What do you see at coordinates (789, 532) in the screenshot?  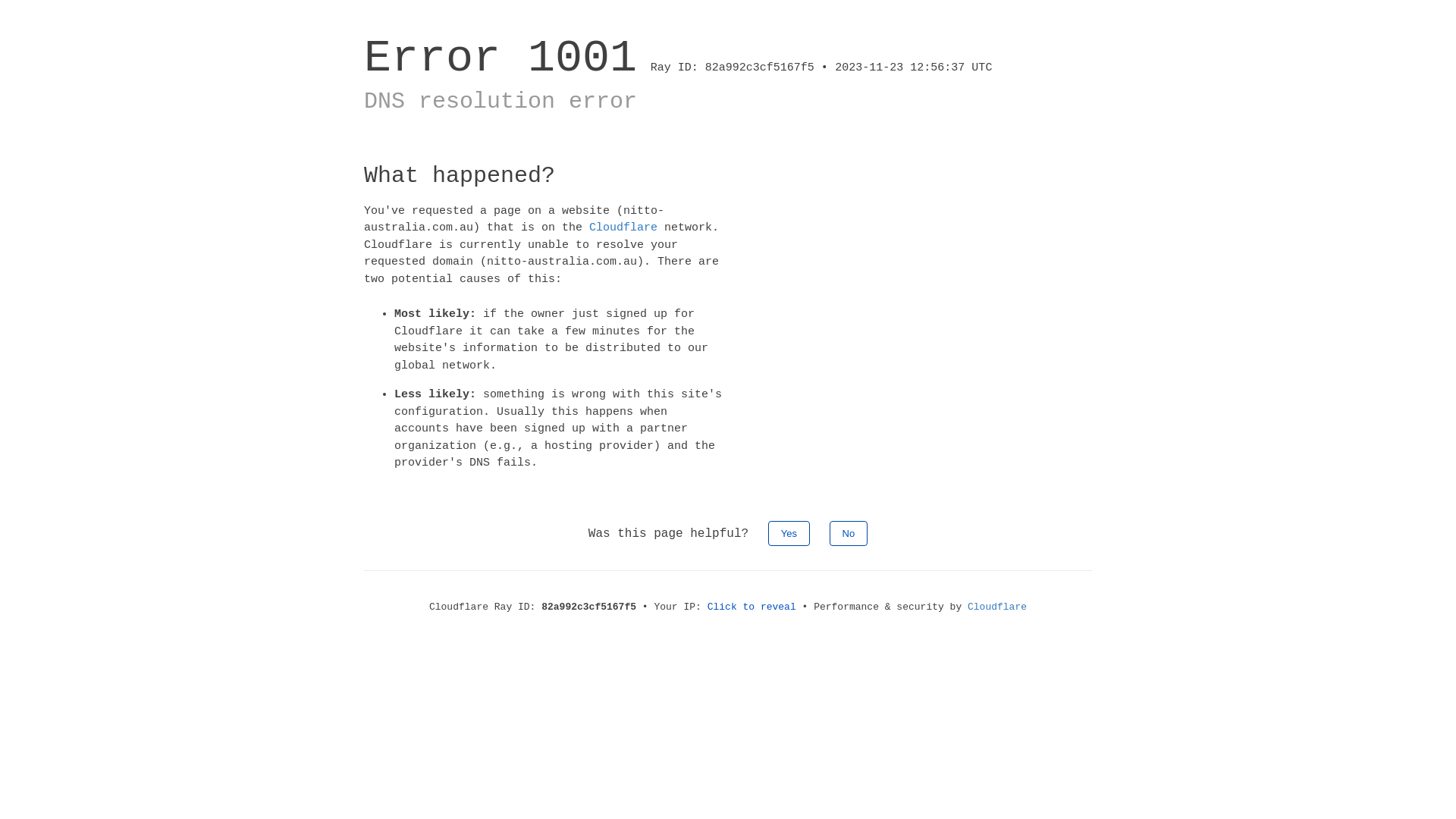 I see `'Yes'` at bounding box center [789, 532].